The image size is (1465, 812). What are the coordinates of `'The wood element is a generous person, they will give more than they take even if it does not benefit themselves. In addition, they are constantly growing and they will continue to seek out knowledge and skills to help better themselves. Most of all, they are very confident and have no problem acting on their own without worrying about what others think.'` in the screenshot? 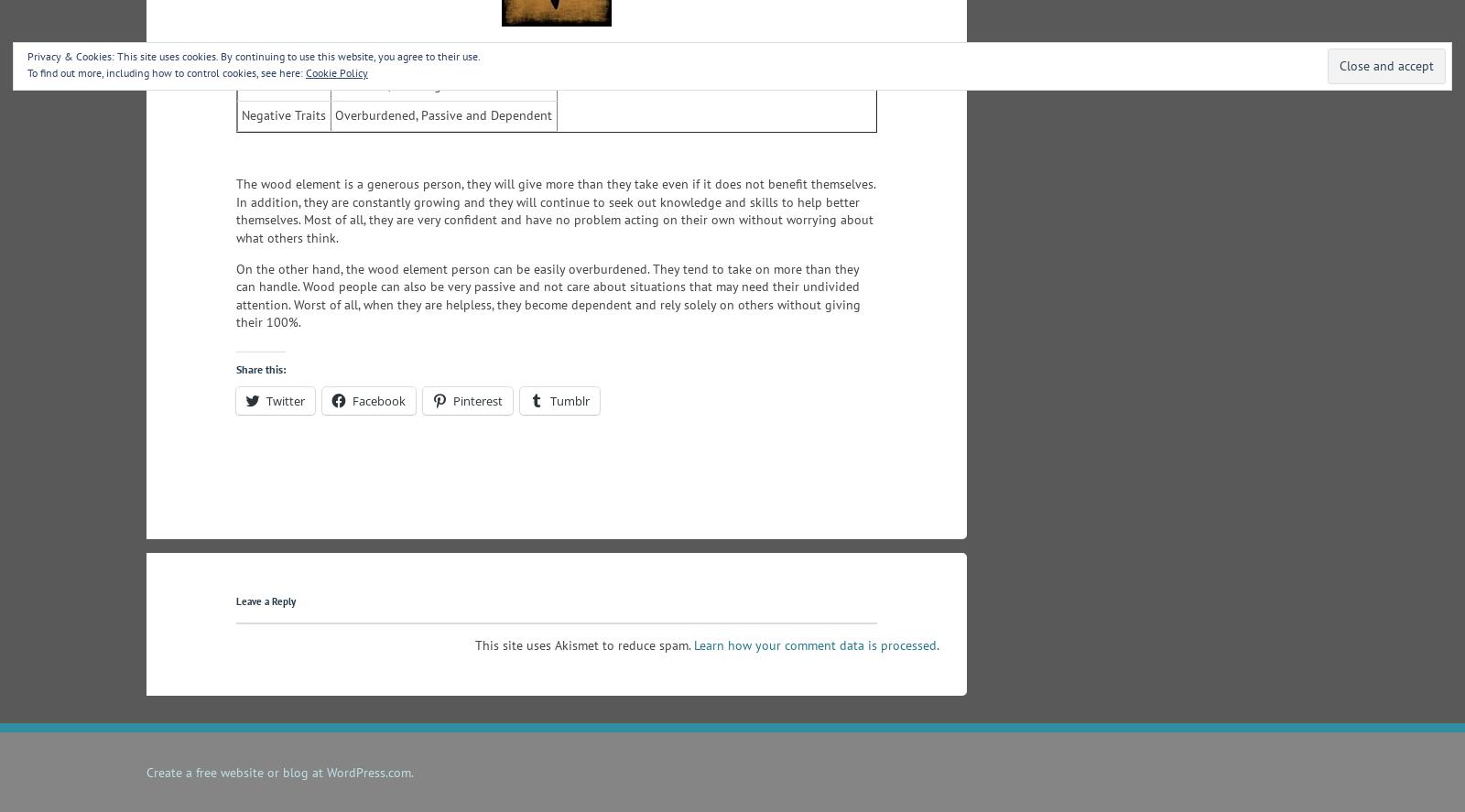 It's located at (556, 211).